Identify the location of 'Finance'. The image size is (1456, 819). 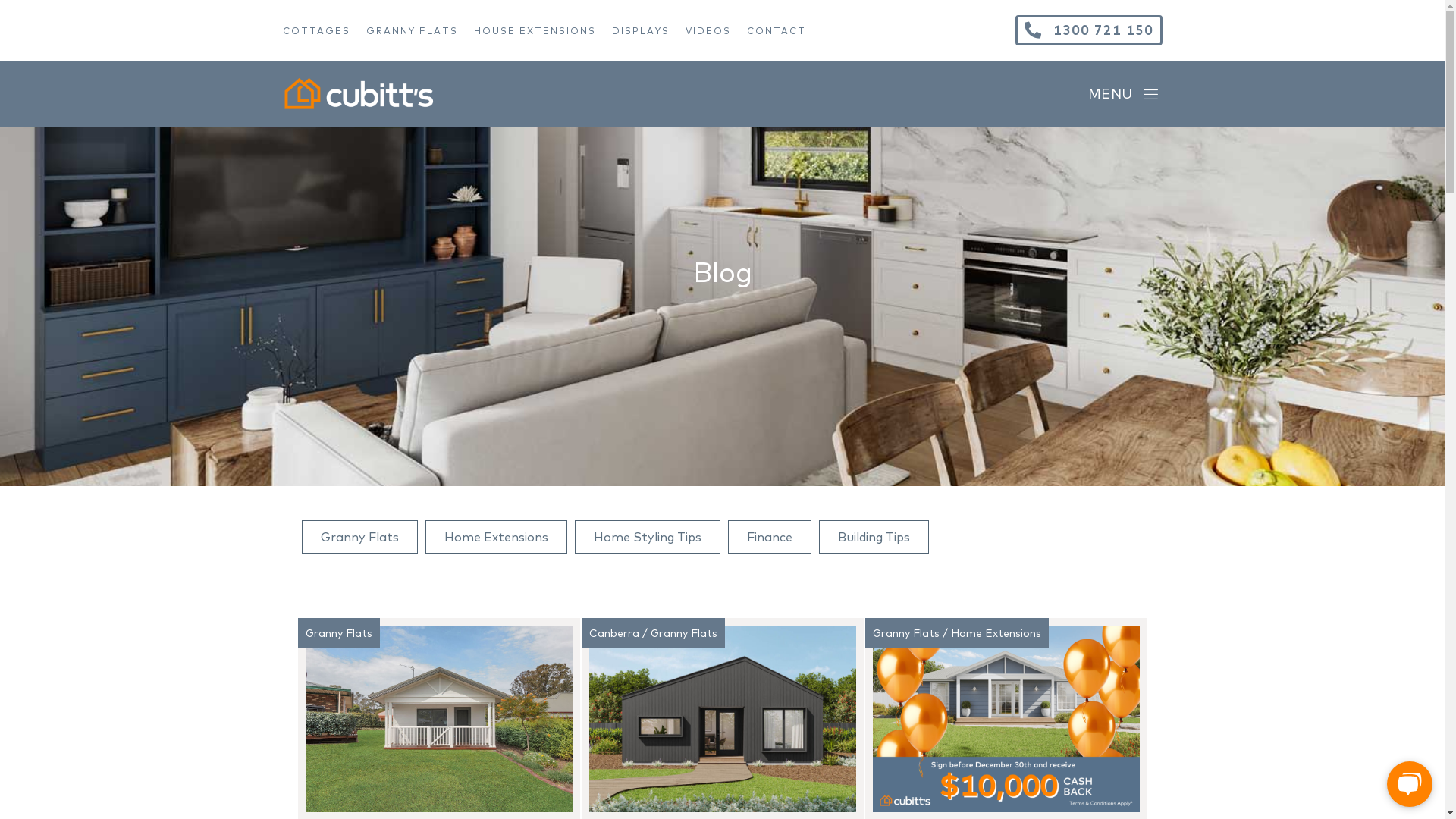
(769, 536).